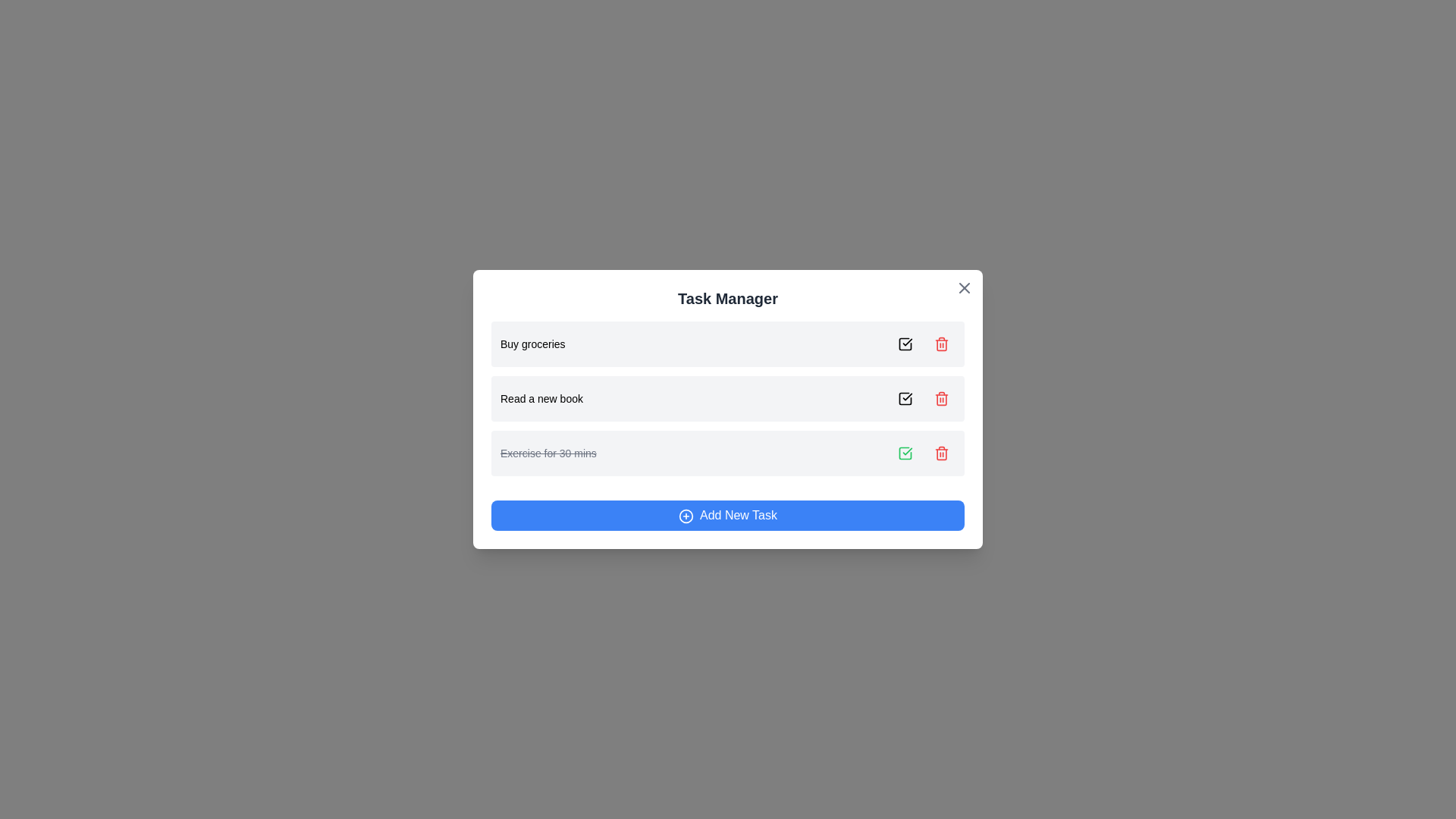 The image size is (1456, 819). Describe the element at coordinates (941, 344) in the screenshot. I see `the red trash bin icon located at the far right of the second row in a list of tasks to trigger visual feedback` at that location.